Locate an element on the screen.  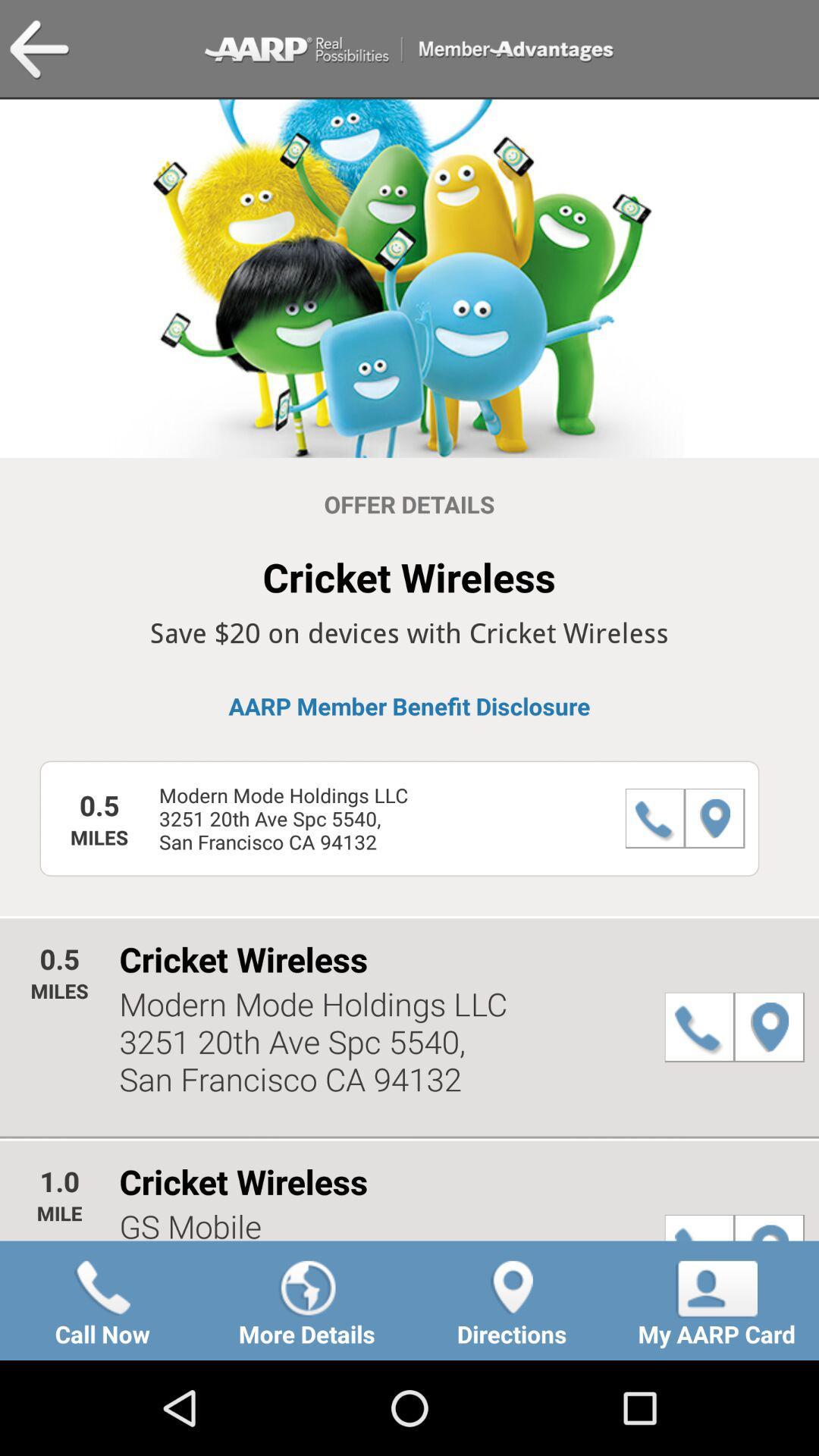
the aarp member benefit button is located at coordinates (409, 705).